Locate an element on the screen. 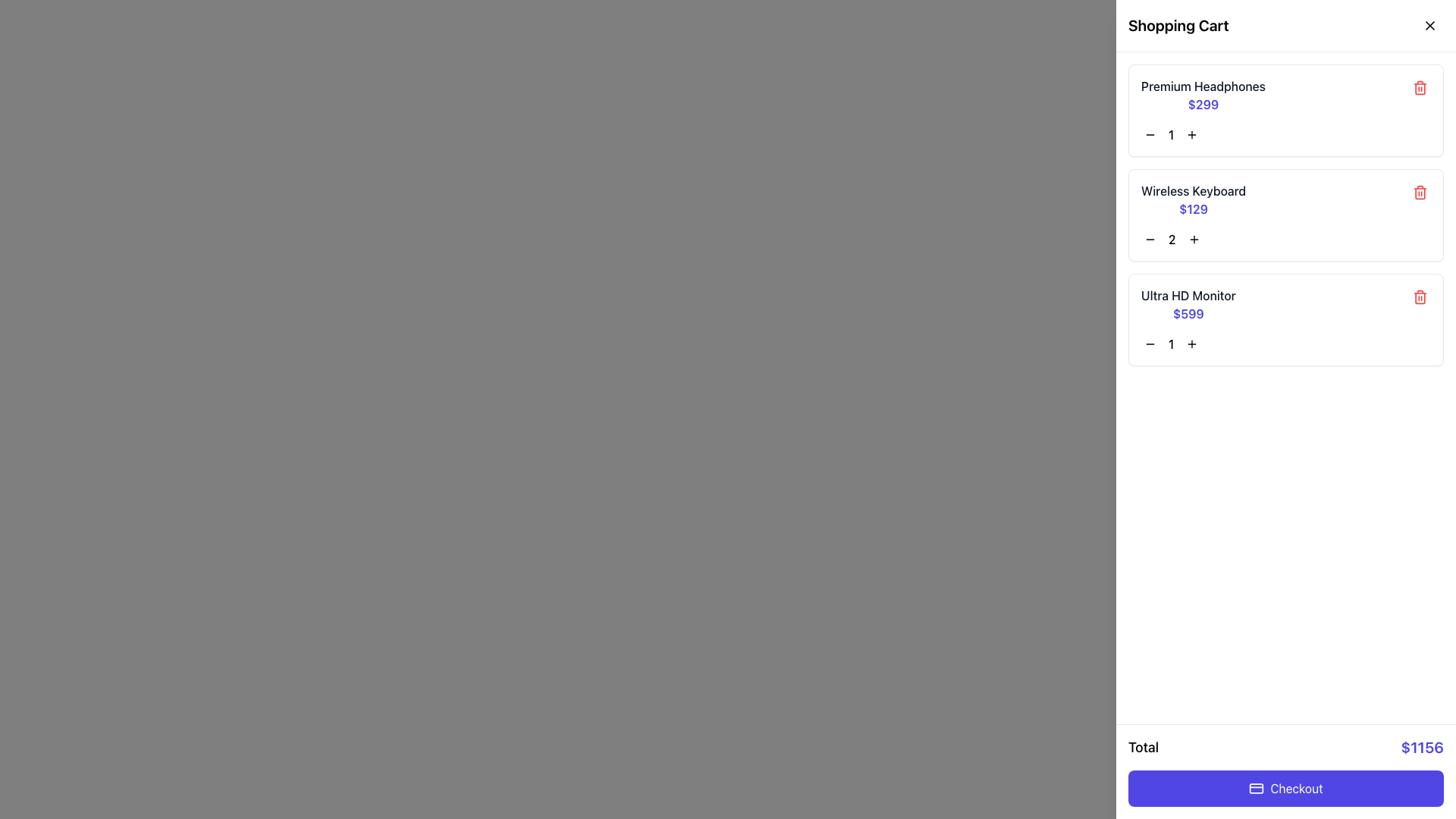 The height and width of the screenshot is (819, 1456). the text displaying the current quantity of the selected 'Ultra HD Monitor' item in the shopping cart, located between the minus ('−') and plus ('+') buttons is located at coordinates (1170, 344).